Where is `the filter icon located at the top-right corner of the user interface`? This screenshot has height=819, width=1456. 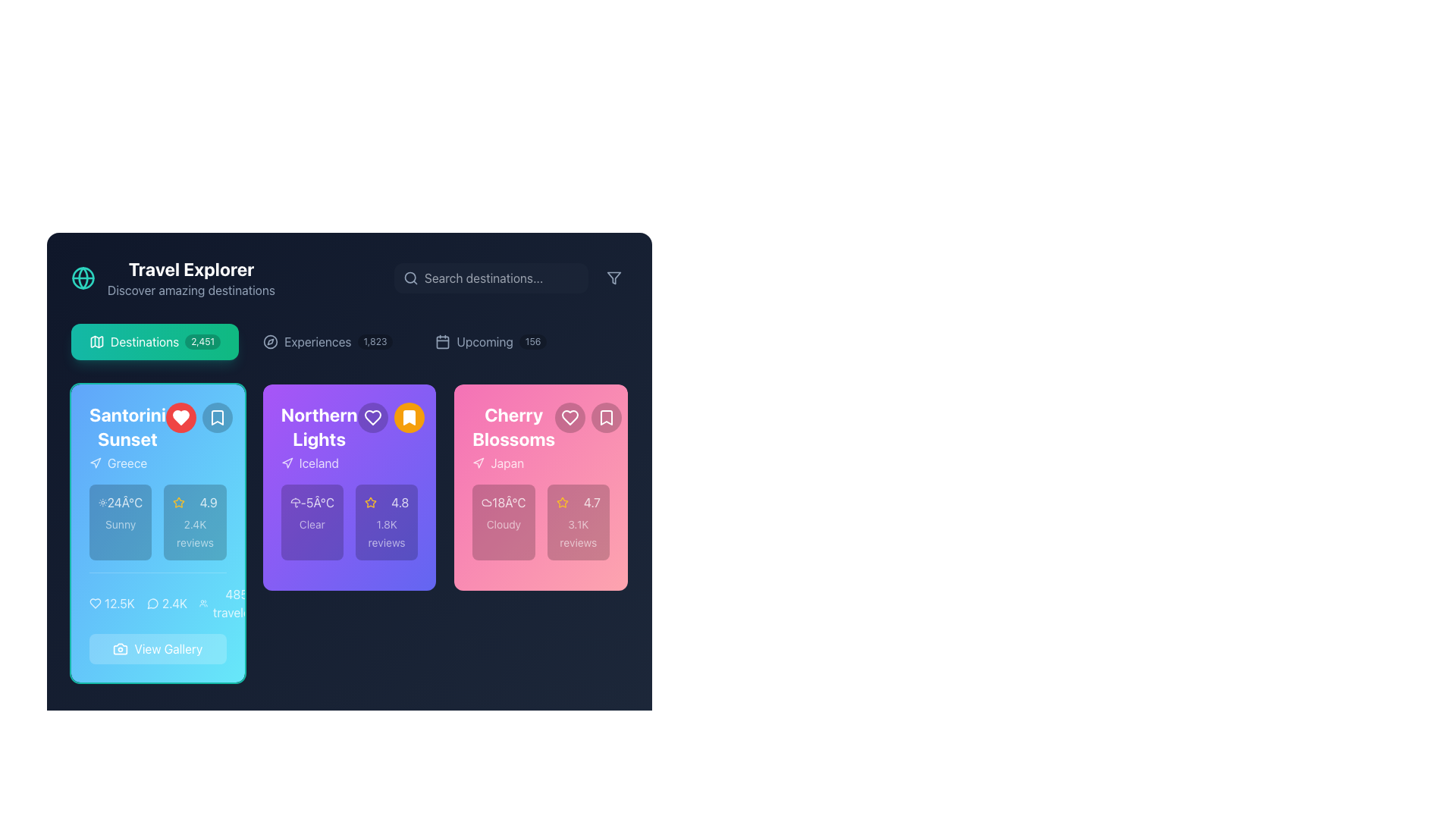 the filter icon located at the top-right corner of the user interface is located at coordinates (614, 278).